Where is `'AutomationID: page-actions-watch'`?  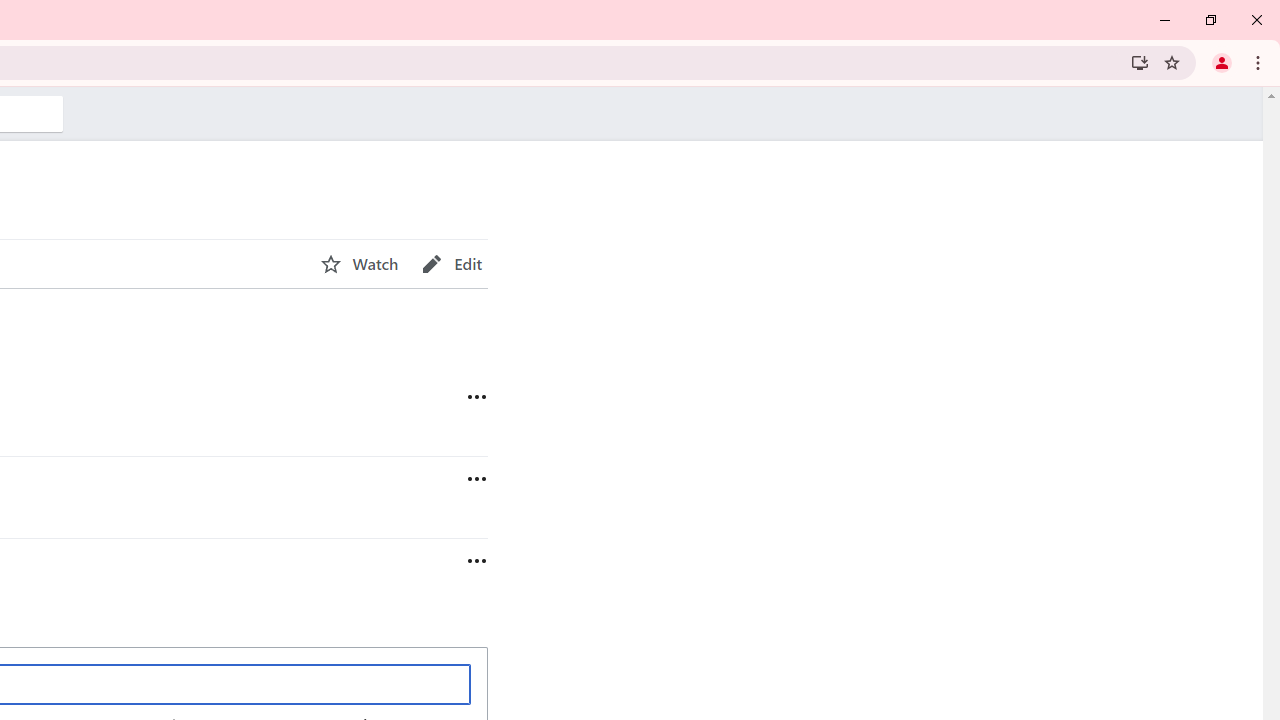 'AutomationID: page-actions-watch' is located at coordinates (359, 263).